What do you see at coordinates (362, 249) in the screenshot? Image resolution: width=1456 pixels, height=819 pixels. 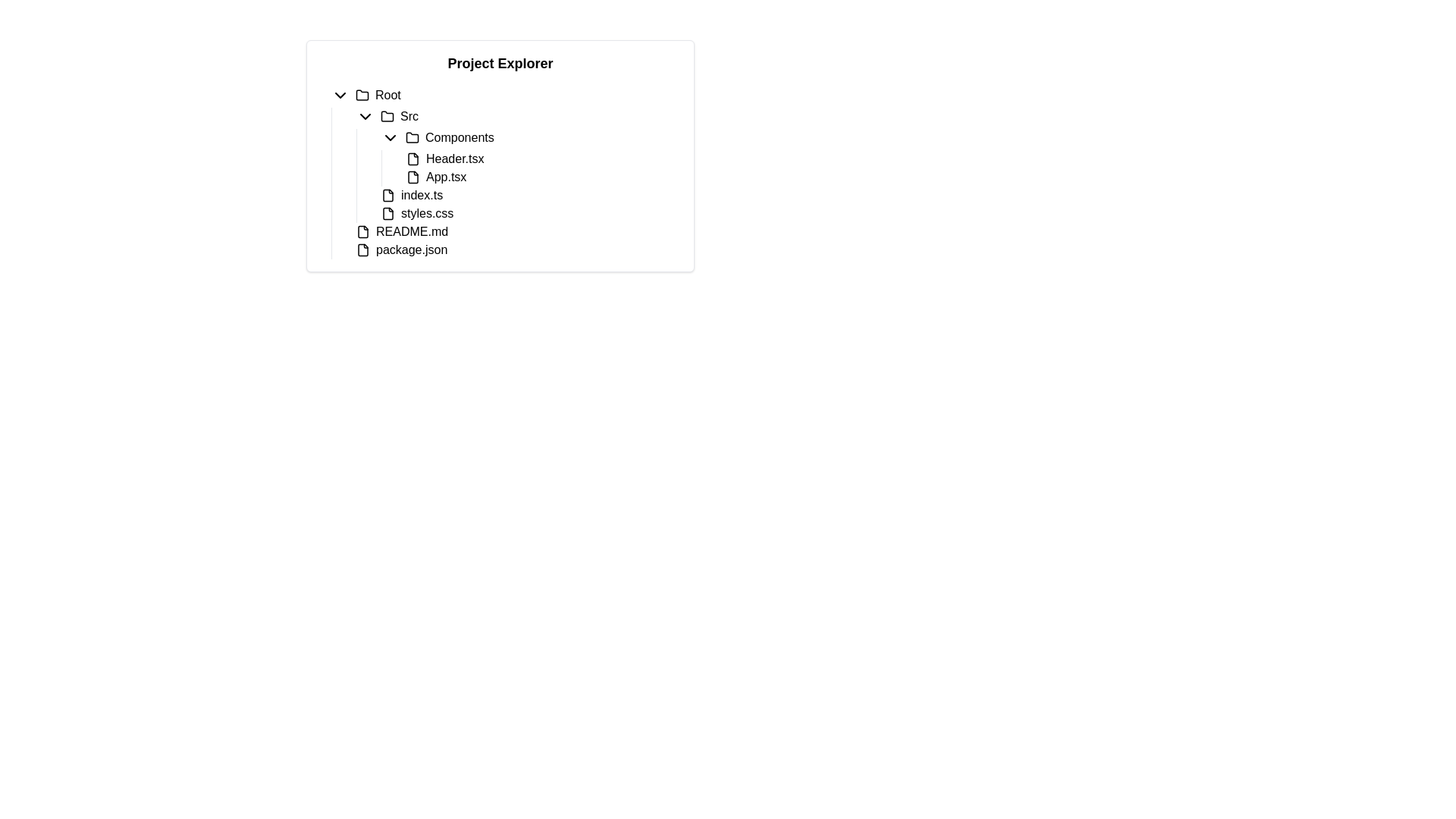 I see `the graphical file icon representing the 'package.json' file in the Project Explorer panel` at bounding box center [362, 249].